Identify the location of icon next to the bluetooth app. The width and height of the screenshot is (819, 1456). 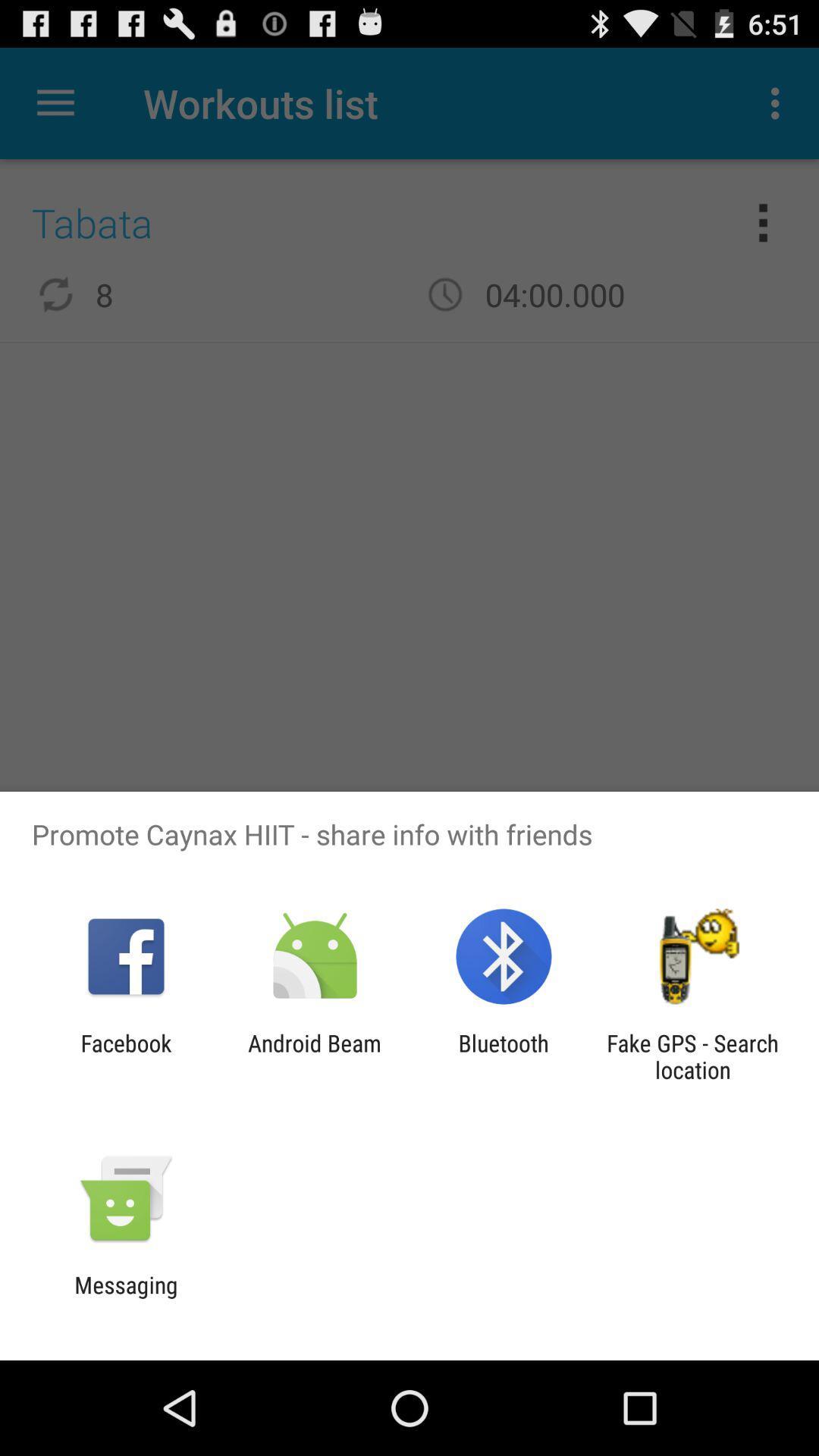
(314, 1056).